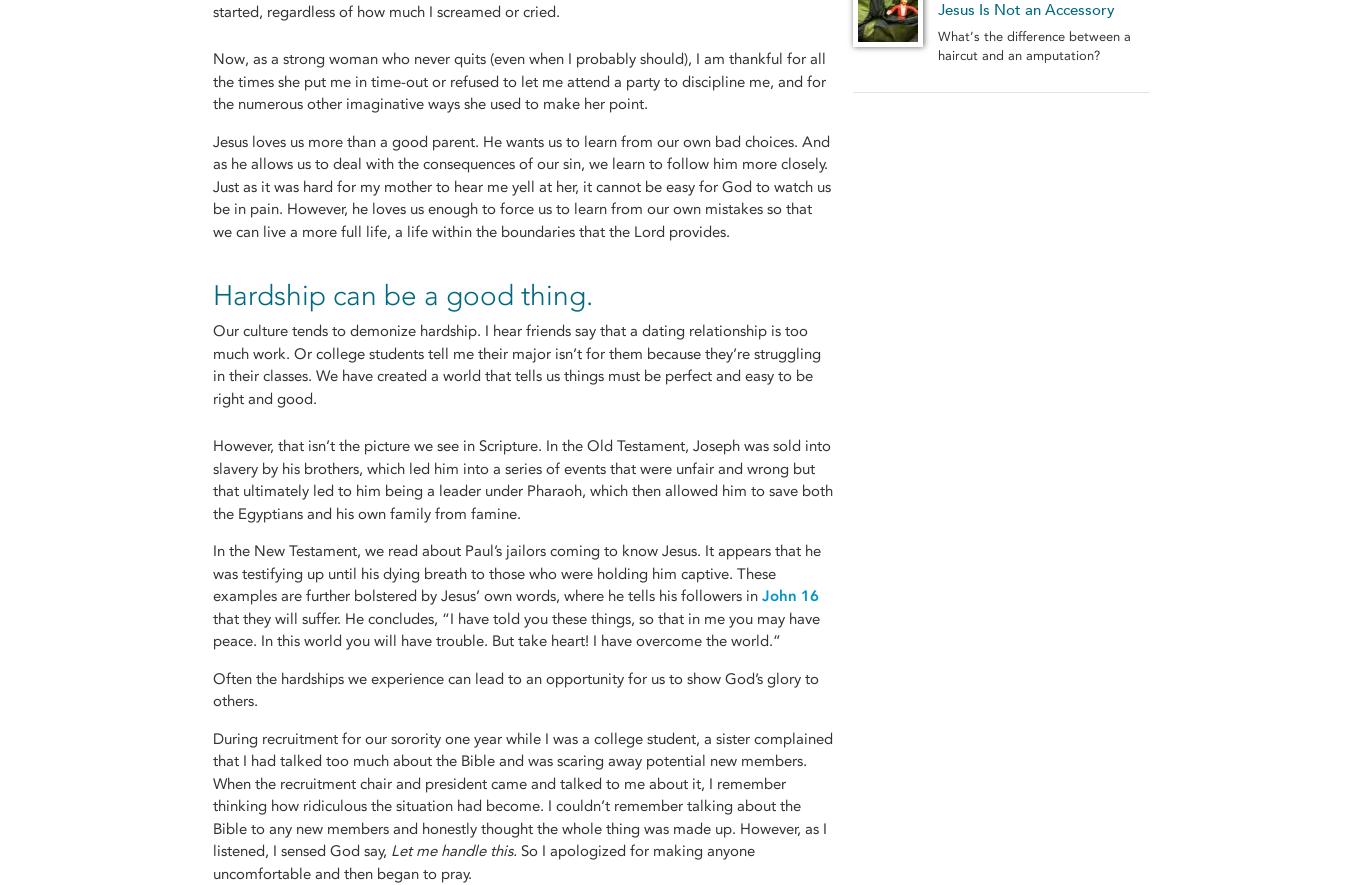 Image resolution: width=1366 pixels, height=885 pixels. Describe the element at coordinates (790, 595) in the screenshot. I see `'John 16'` at that location.